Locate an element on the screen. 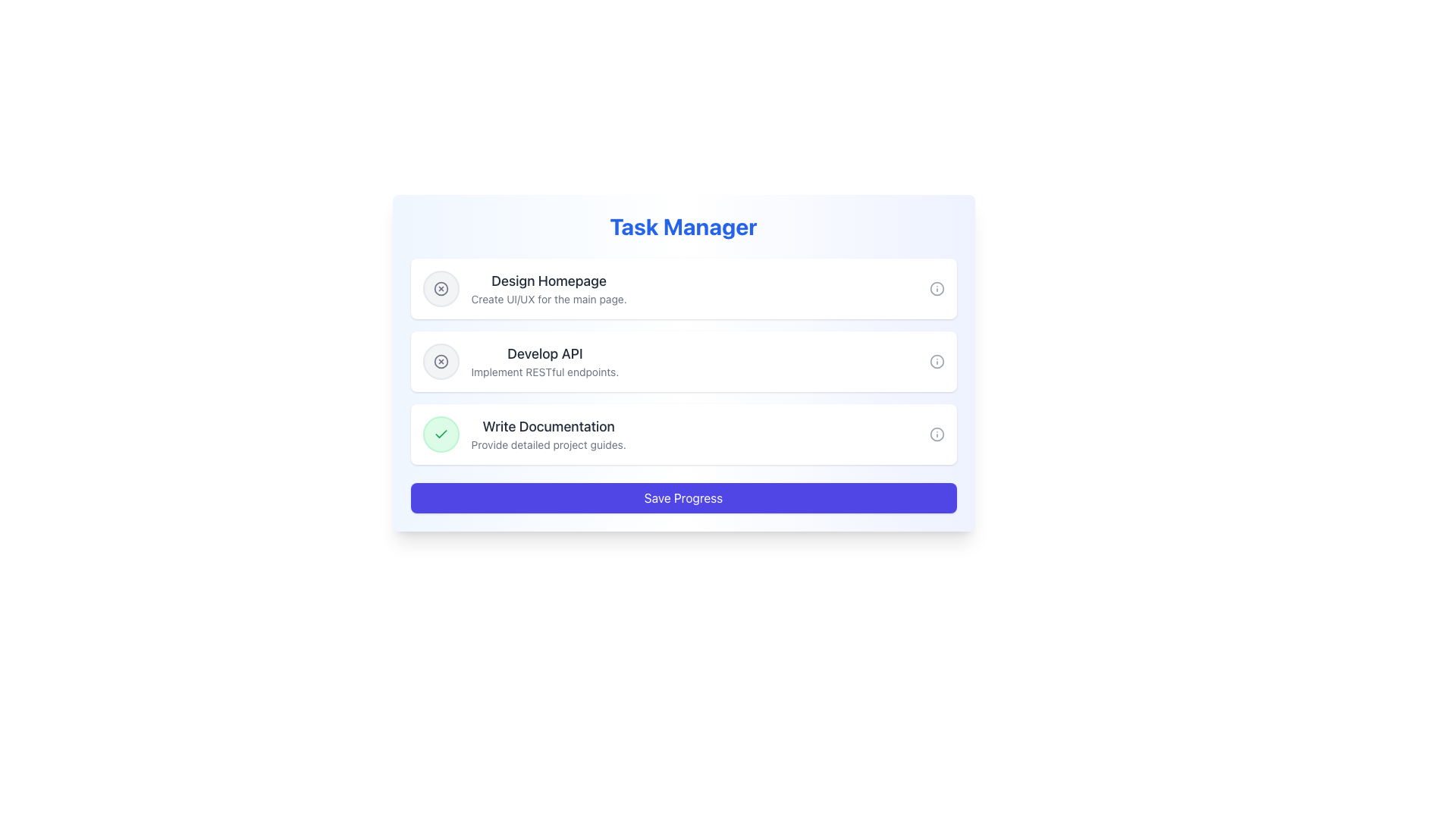 This screenshot has width=1456, height=819. the 'Task Manager' panel, which features a gradient background from blue to indigo, contains a list of task items, and has rounded borders is located at coordinates (682, 362).